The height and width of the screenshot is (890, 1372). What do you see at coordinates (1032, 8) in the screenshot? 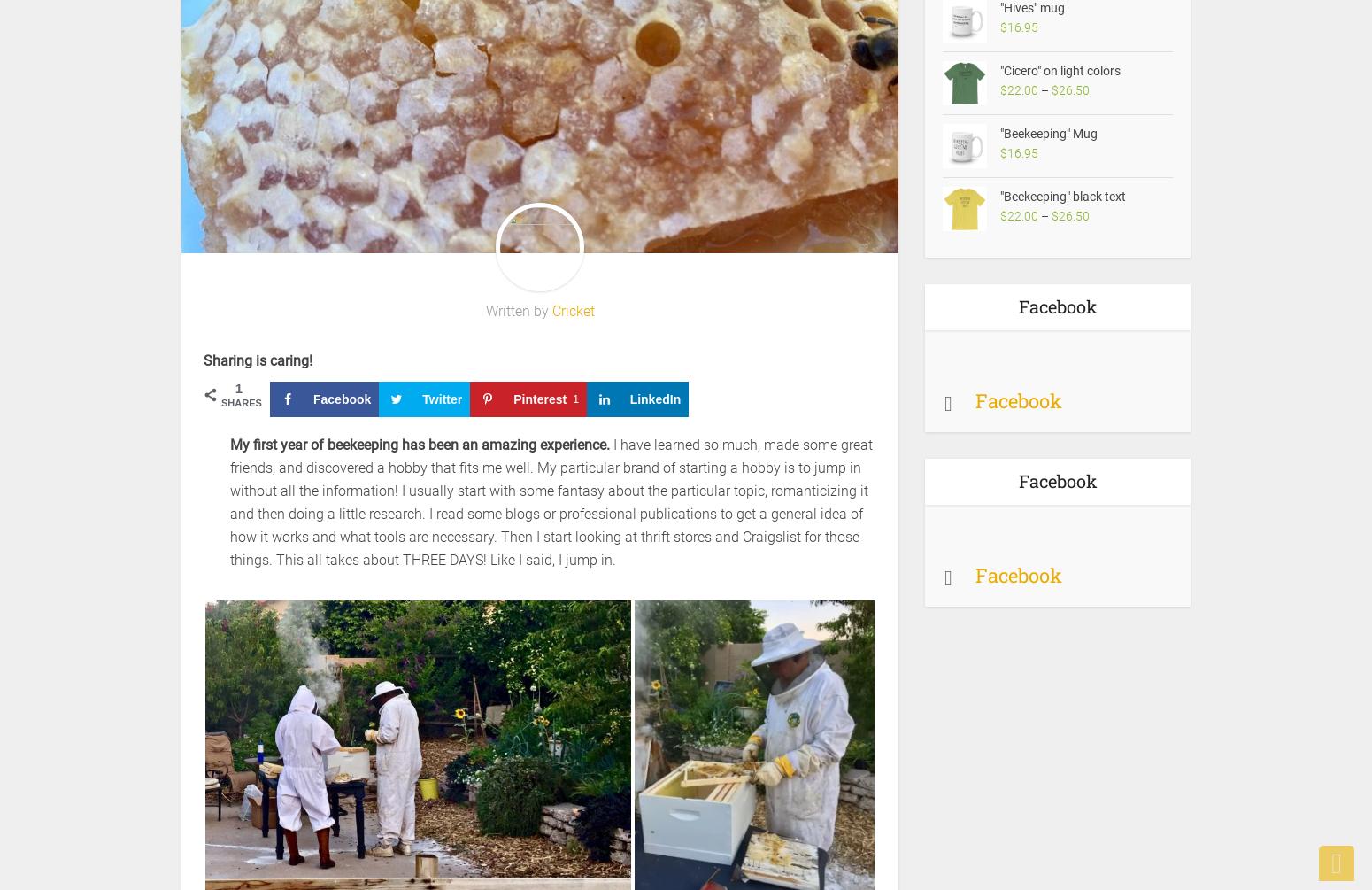
I see `'"Hives" mug'` at bounding box center [1032, 8].